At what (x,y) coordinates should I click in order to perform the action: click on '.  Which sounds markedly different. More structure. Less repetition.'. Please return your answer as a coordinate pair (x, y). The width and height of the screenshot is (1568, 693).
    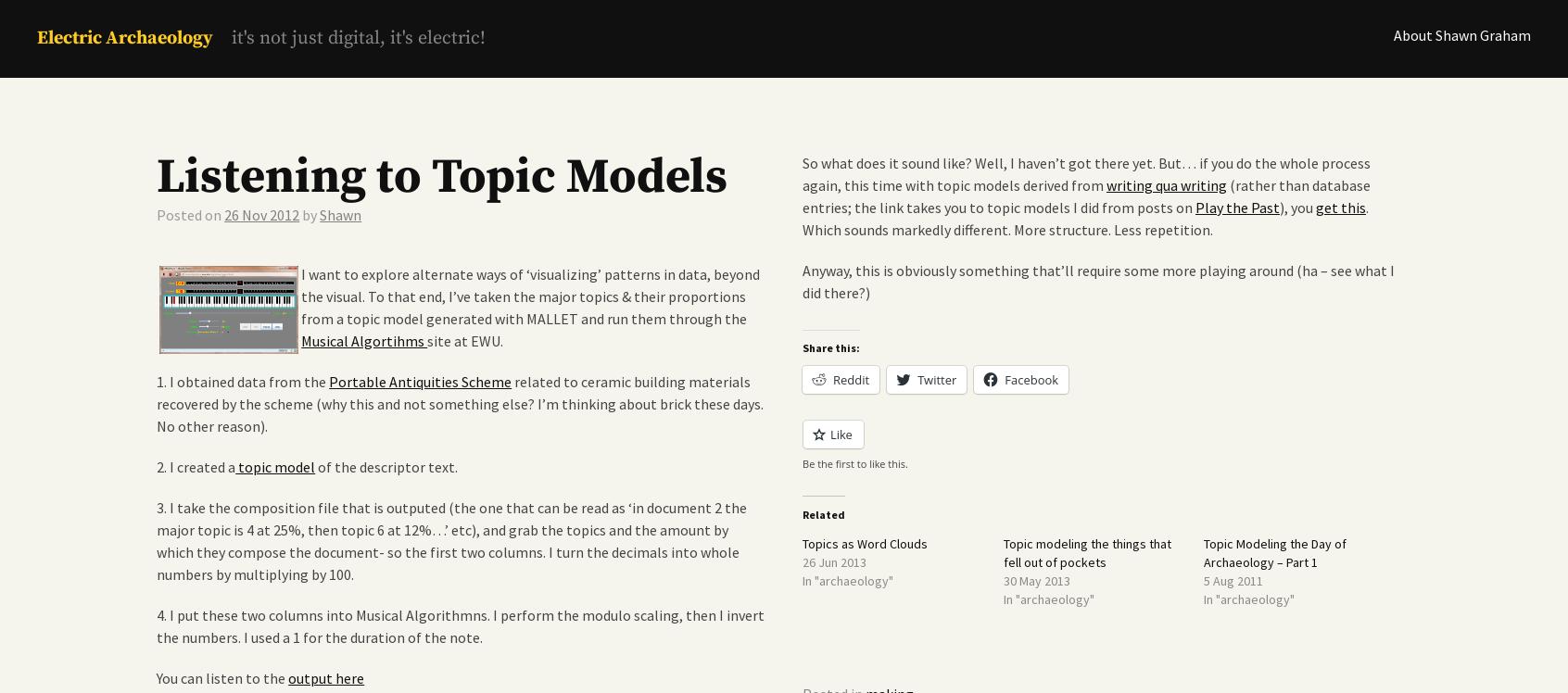
    Looking at the image, I should click on (1086, 217).